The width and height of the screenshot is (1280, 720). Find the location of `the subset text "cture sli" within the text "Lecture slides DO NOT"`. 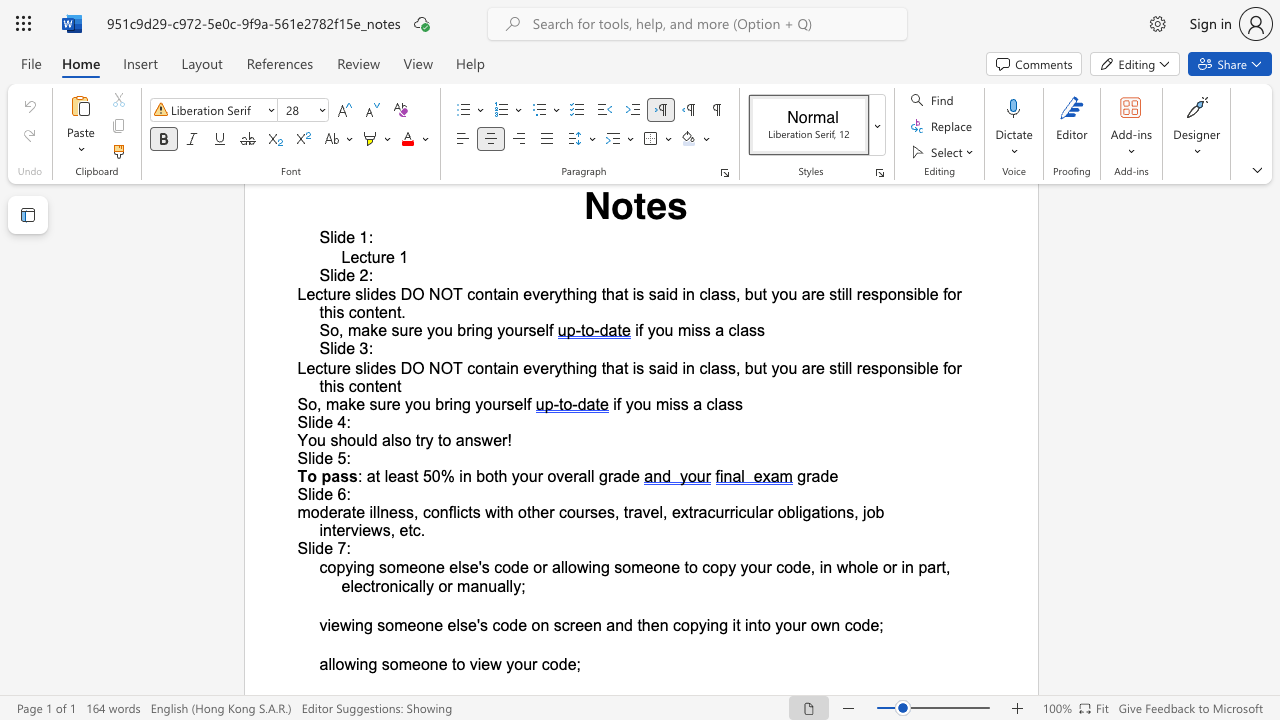

the subset text "cture sli" within the text "Lecture slides DO NOT" is located at coordinates (314, 294).